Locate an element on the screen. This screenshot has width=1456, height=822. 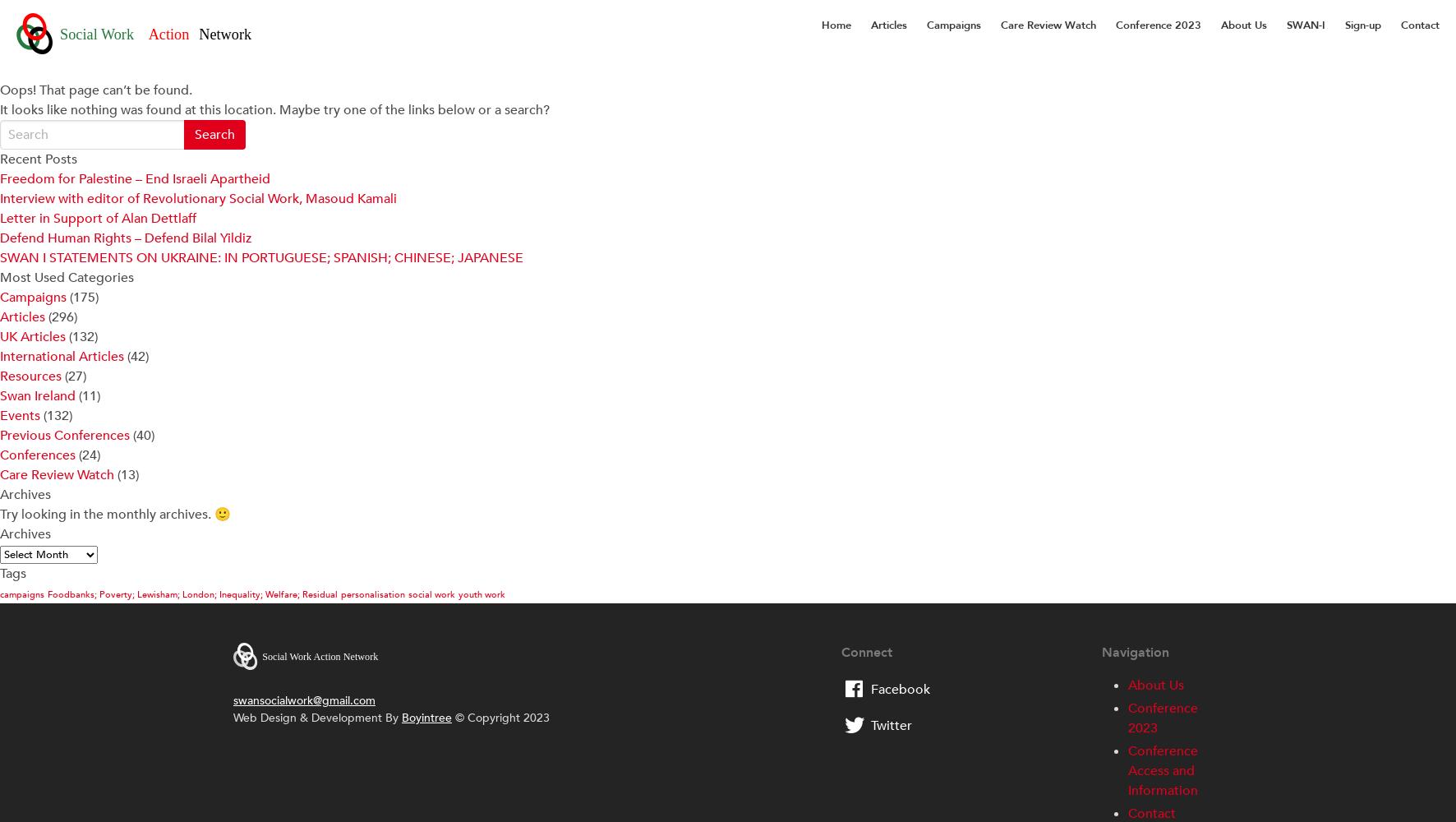
'Twitter' is located at coordinates (890, 726).